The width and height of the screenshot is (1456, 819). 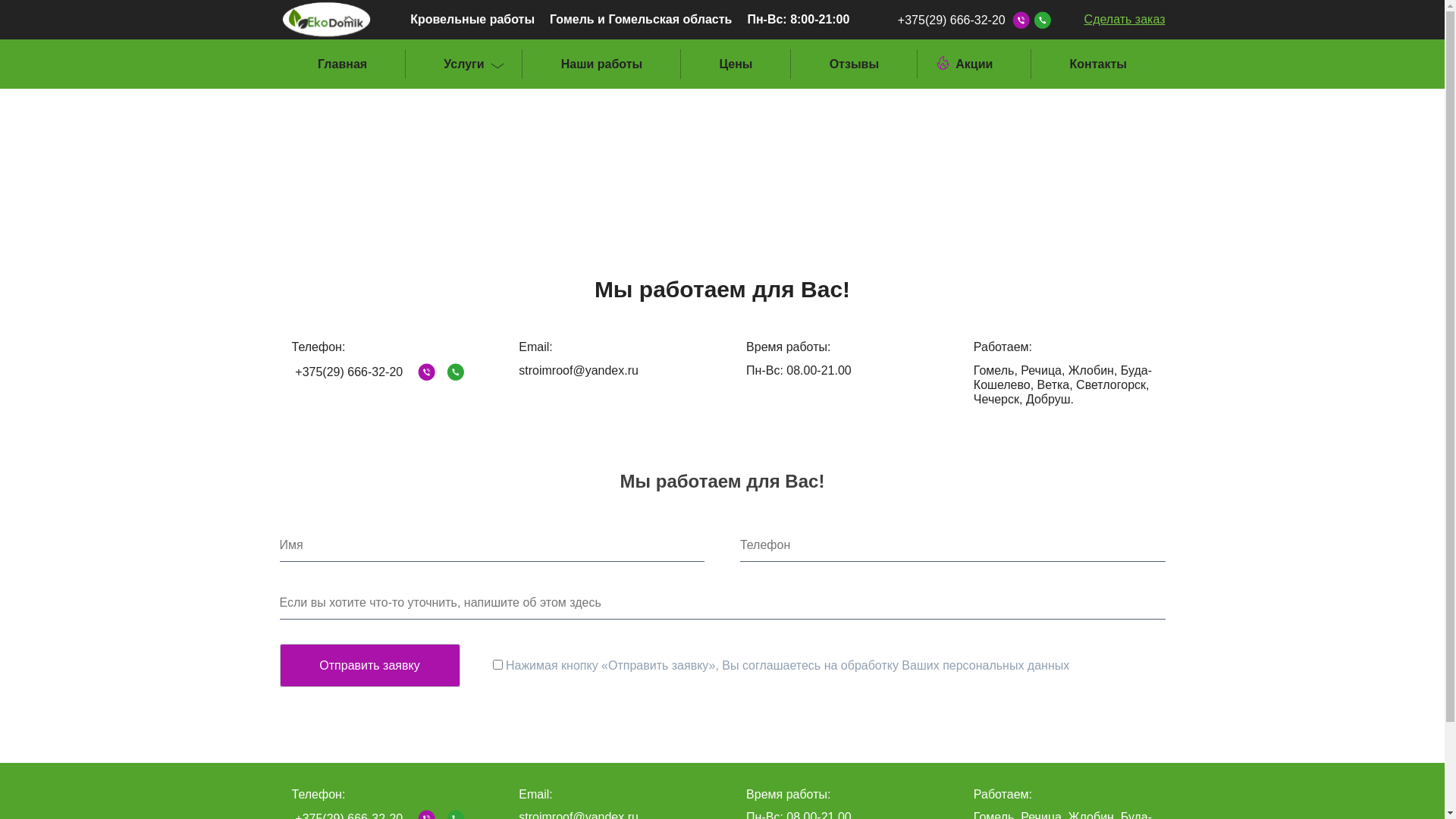 I want to click on '+375(29) 666-32-20', so click(x=347, y=372).